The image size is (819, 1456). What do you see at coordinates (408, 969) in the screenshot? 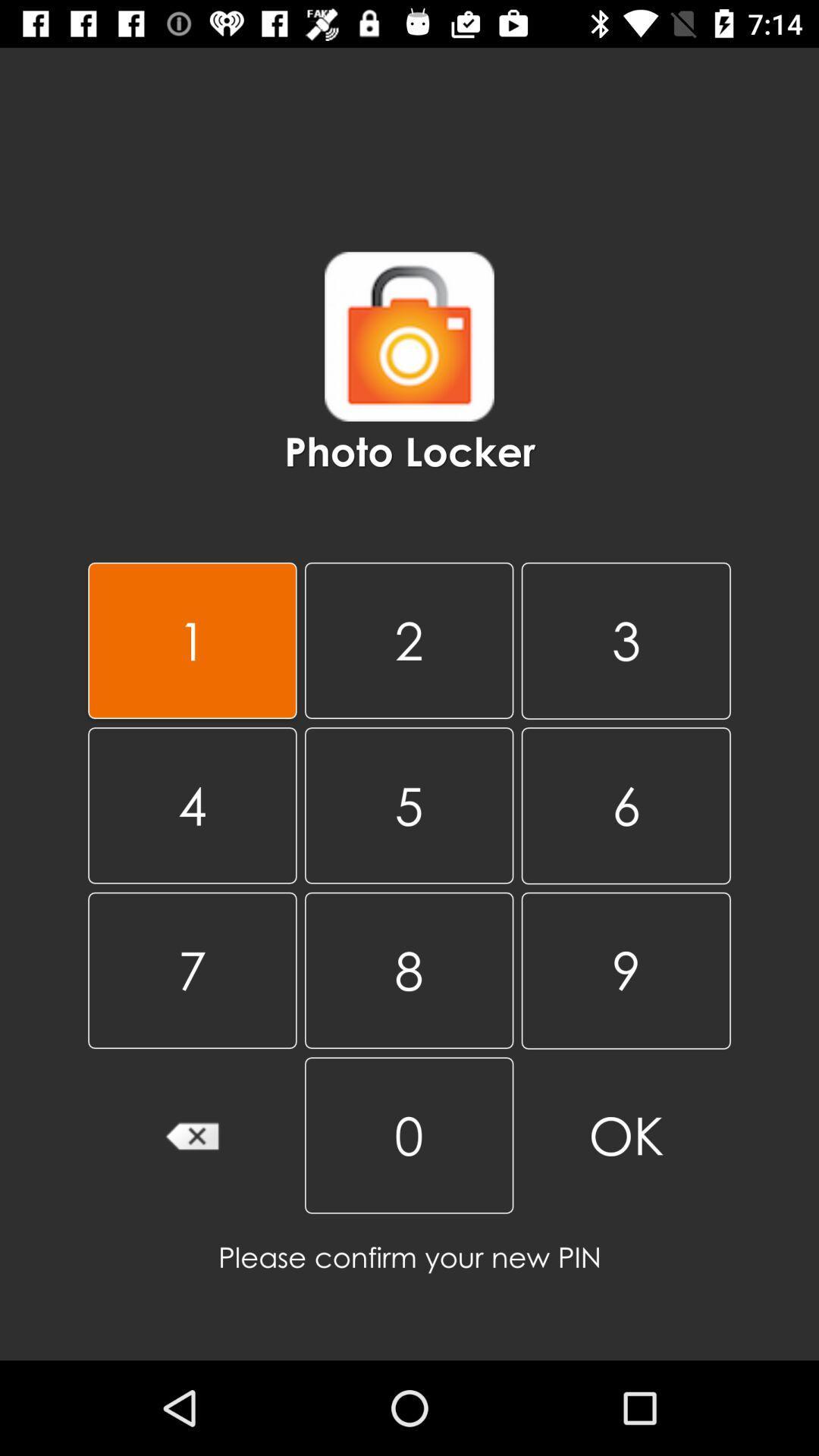
I see `icon to the right of the 4 item` at bounding box center [408, 969].